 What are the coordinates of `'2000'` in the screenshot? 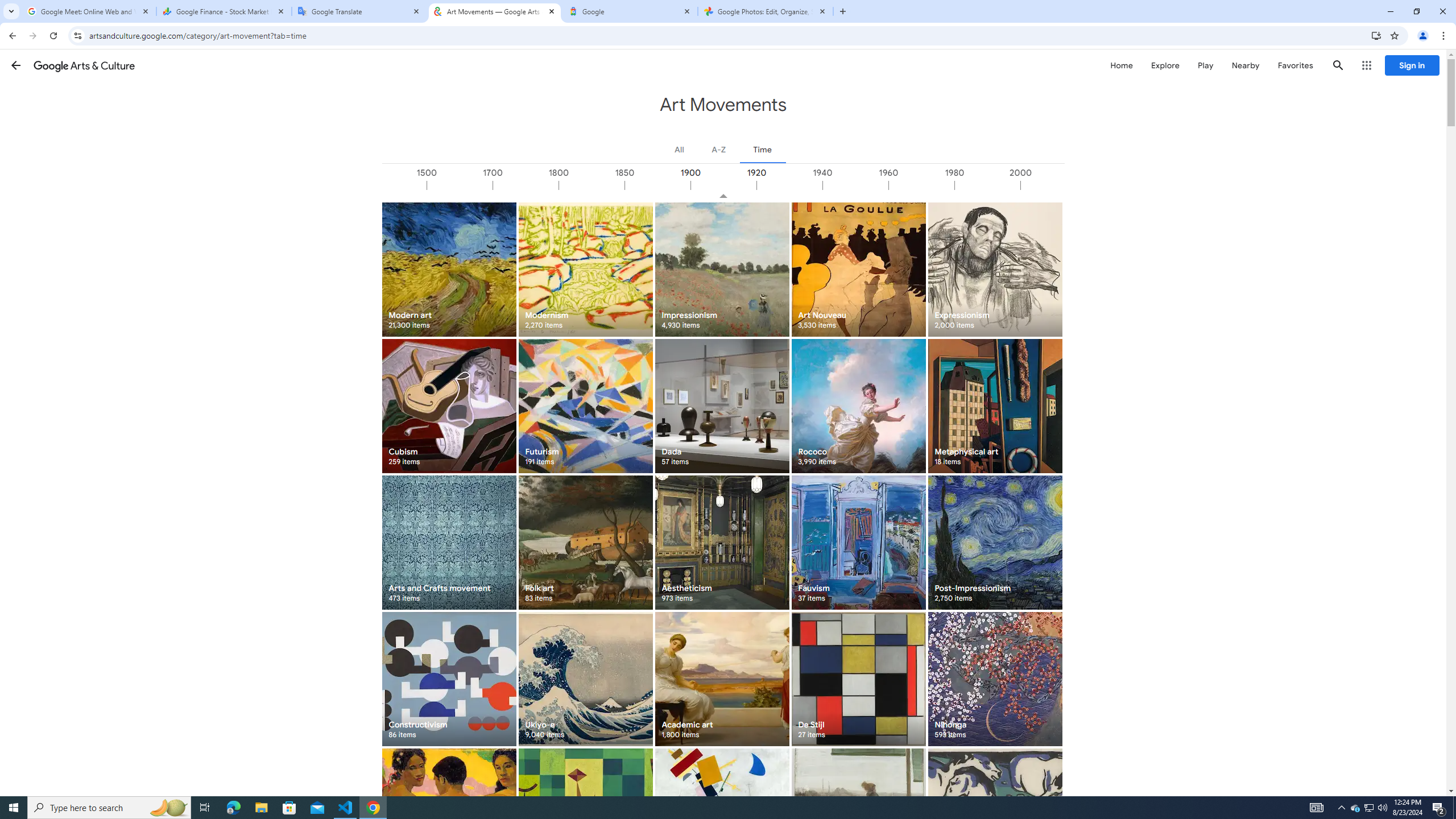 It's located at (1052, 185).